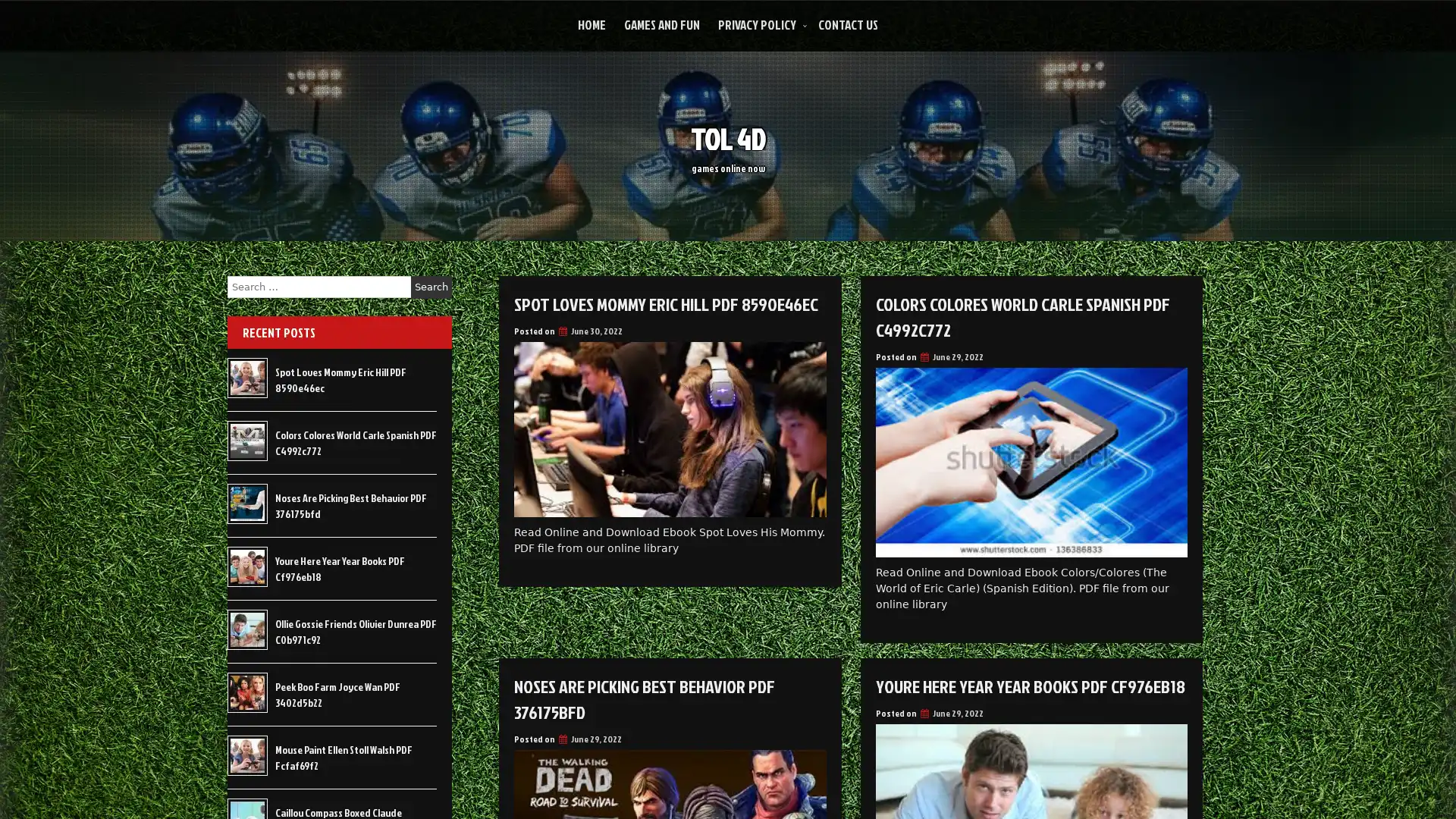  What do you see at coordinates (431, 287) in the screenshot?
I see `Search` at bounding box center [431, 287].